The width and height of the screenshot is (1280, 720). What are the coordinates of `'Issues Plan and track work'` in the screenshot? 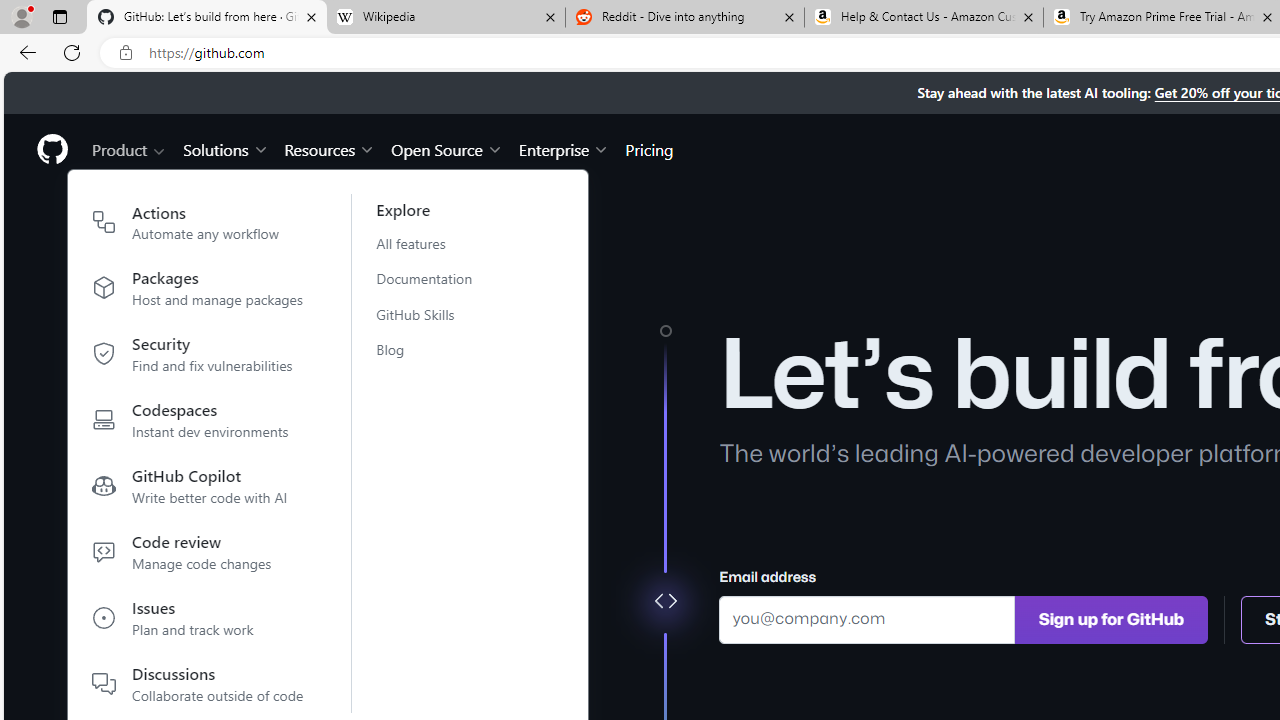 It's located at (198, 621).